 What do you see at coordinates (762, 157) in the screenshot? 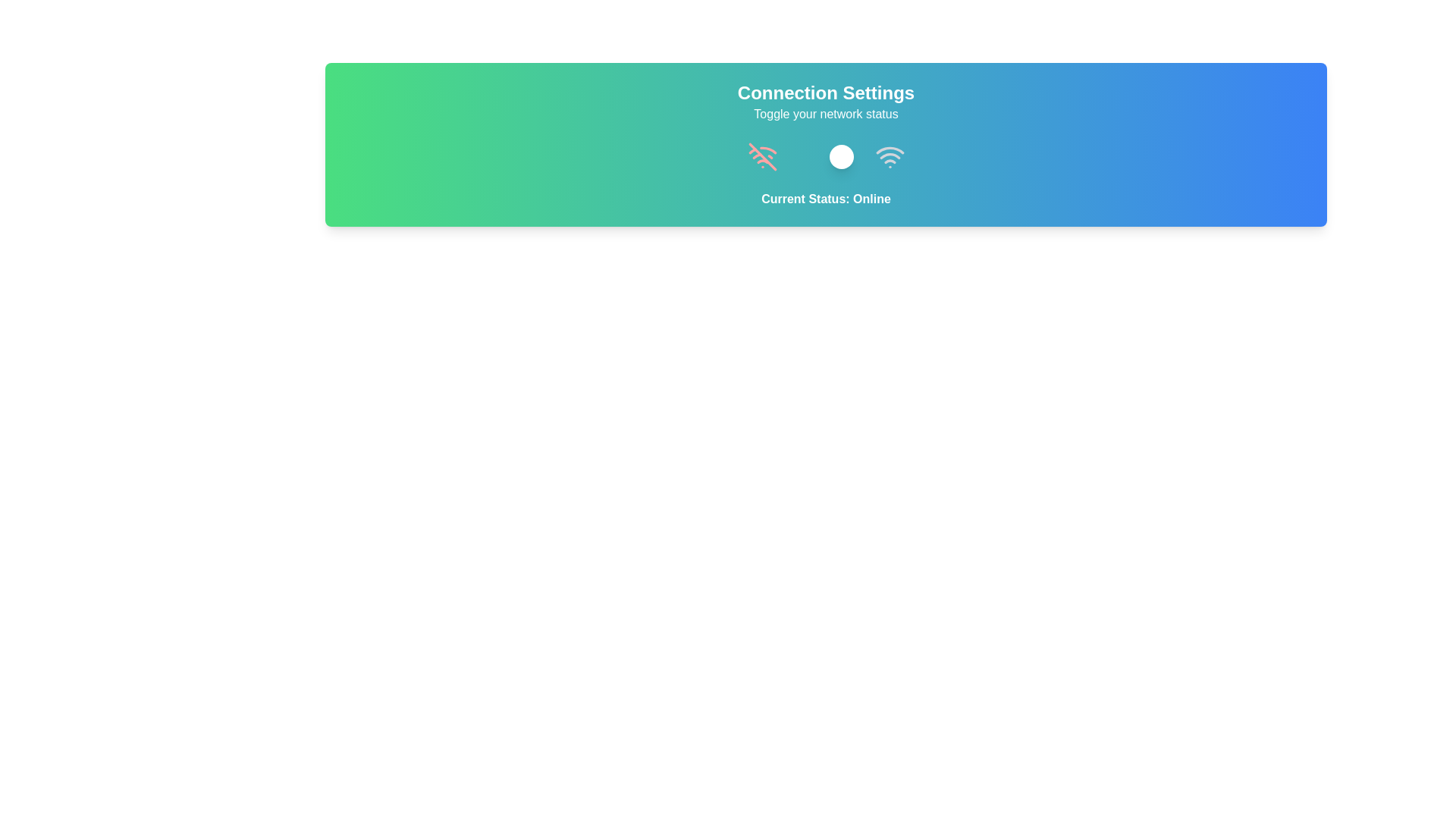
I see `the WifiOff icon to toggle the network status` at bounding box center [762, 157].